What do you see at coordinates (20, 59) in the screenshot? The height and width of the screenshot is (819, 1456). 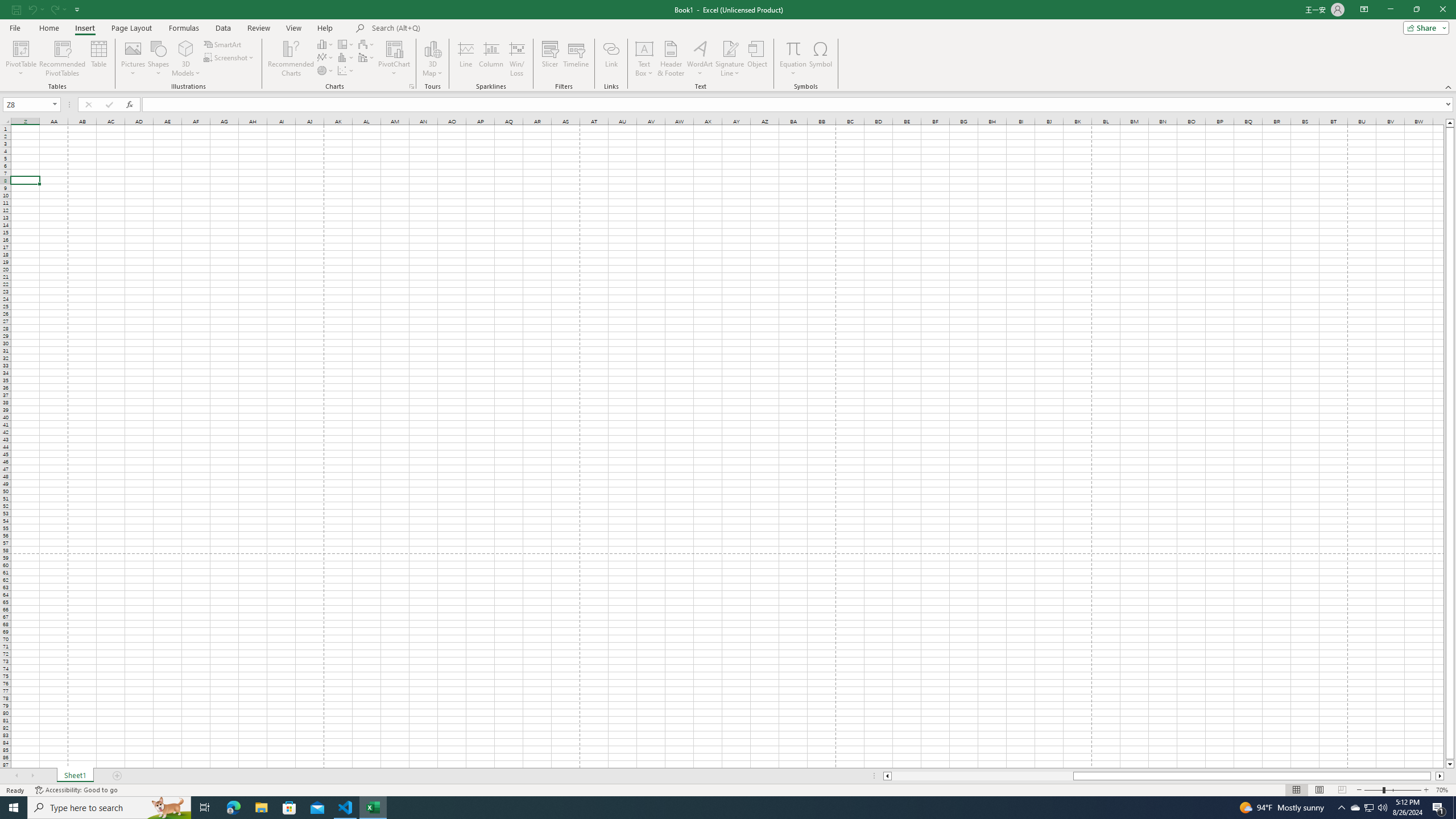 I see `'PivotTable'` at bounding box center [20, 59].